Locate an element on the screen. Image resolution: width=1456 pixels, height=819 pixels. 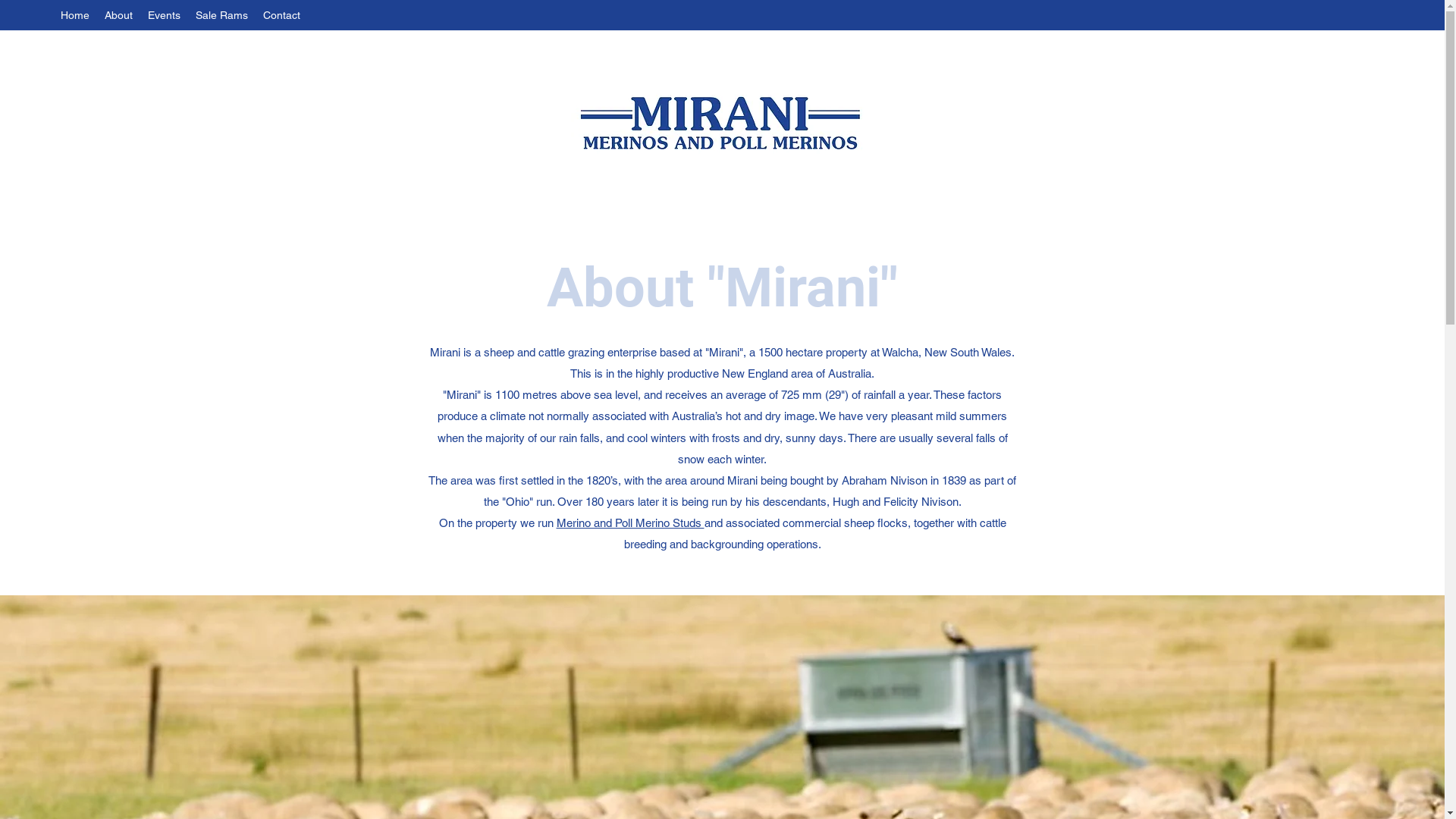
'Merino and Poll Merino Studs' is located at coordinates (630, 522).